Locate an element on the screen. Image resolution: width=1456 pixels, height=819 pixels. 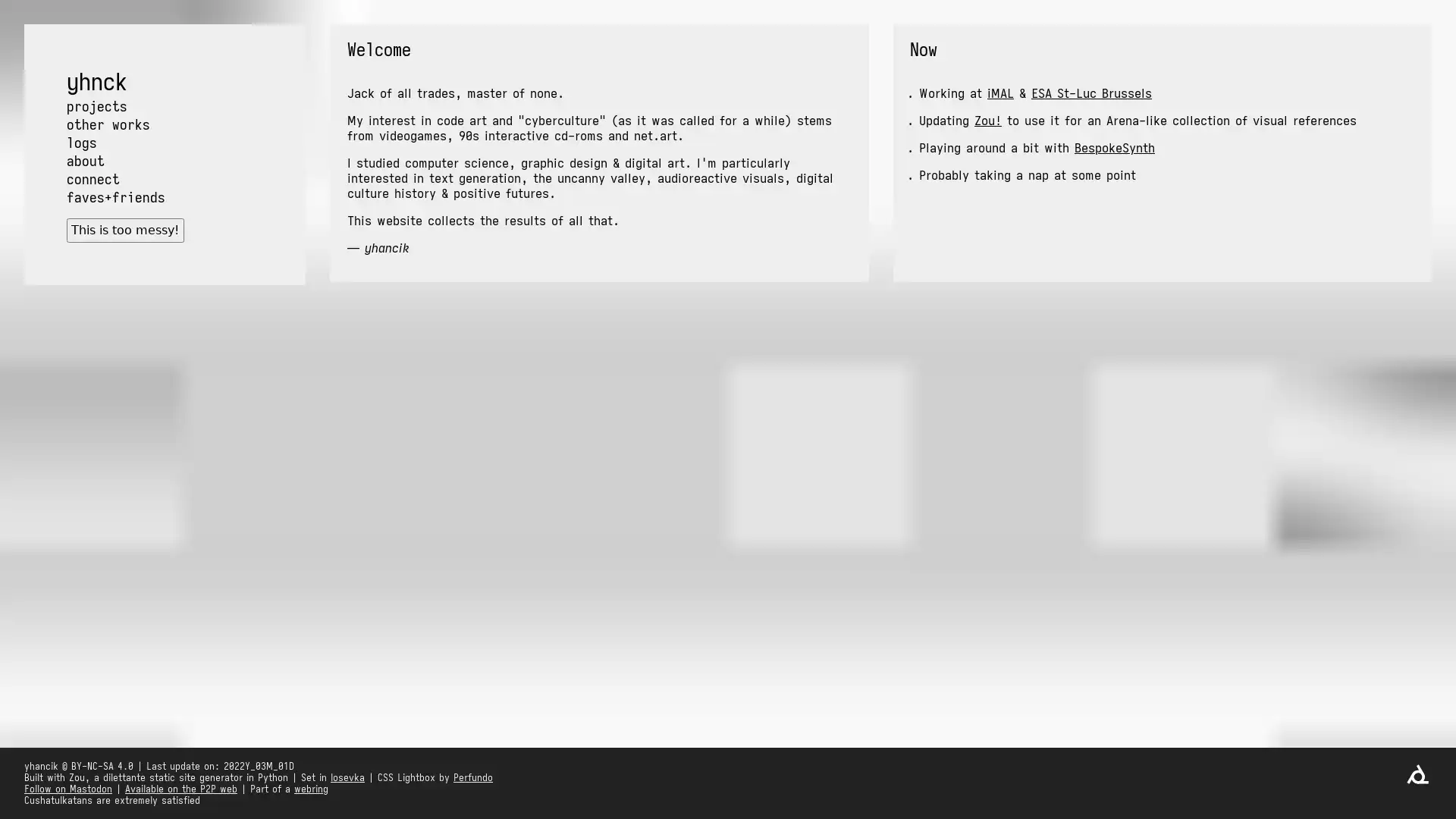
This is too messy! is located at coordinates (124, 230).